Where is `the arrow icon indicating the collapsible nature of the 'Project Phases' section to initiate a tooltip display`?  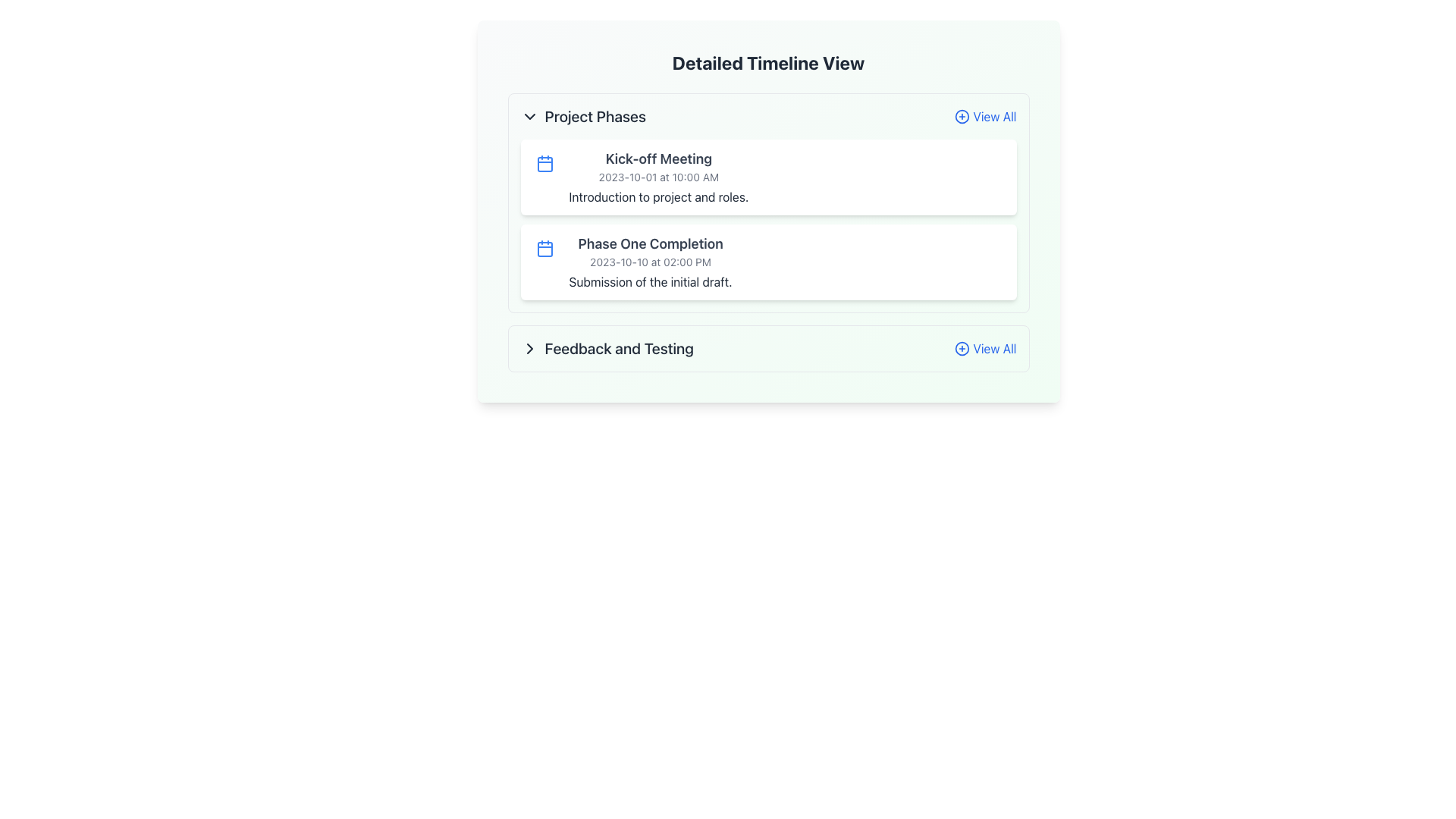
the arrow icon indicating the collapsible nature of the 'Project Phases' section to initiate a tooltip display is located at coordinates (529, 116).